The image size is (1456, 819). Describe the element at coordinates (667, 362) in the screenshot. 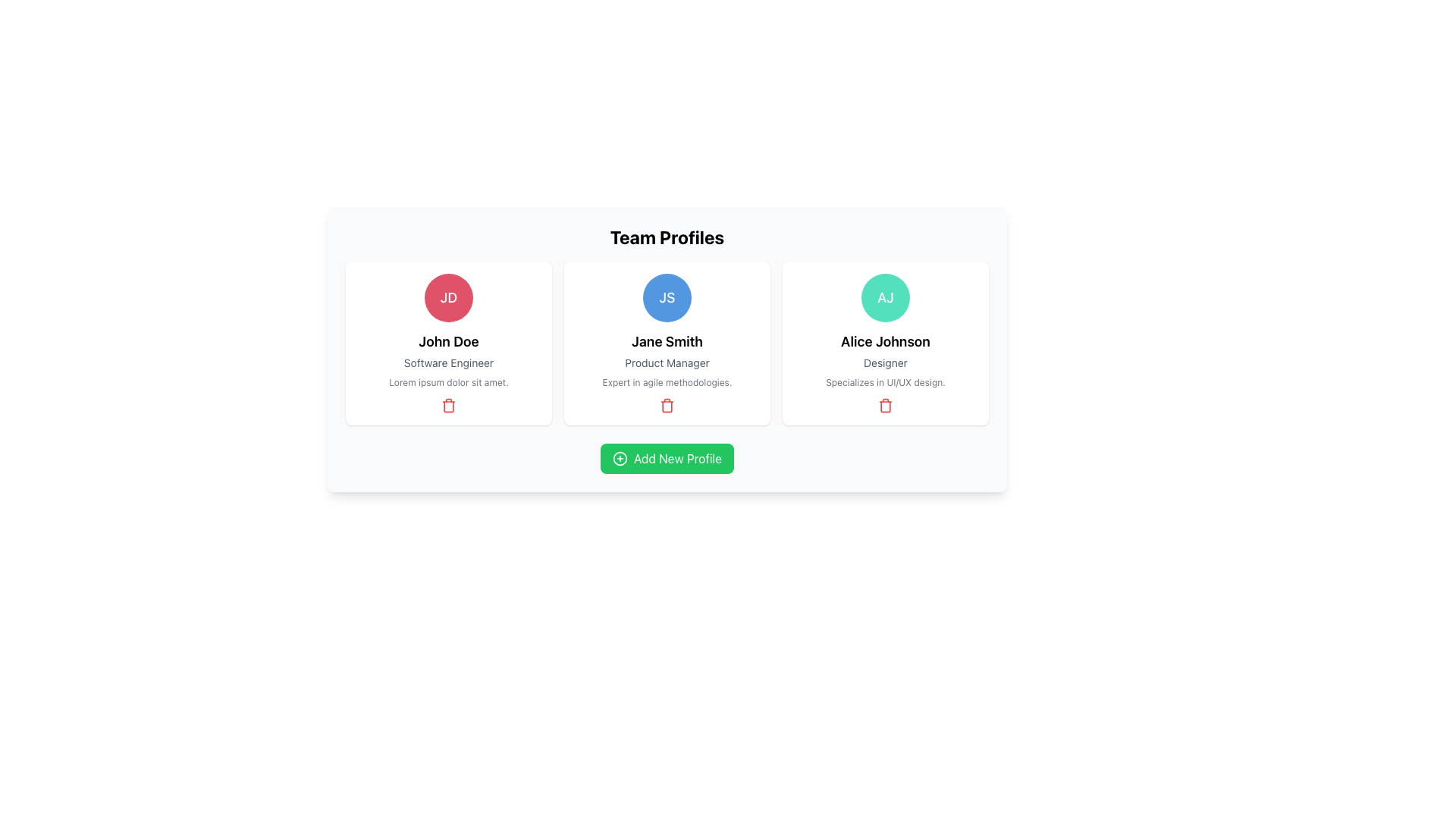

I see `the text element that reads 'Product Manager', which is styled with a small-sized, gray font and positioned below 'Jane Smith'` at that location.